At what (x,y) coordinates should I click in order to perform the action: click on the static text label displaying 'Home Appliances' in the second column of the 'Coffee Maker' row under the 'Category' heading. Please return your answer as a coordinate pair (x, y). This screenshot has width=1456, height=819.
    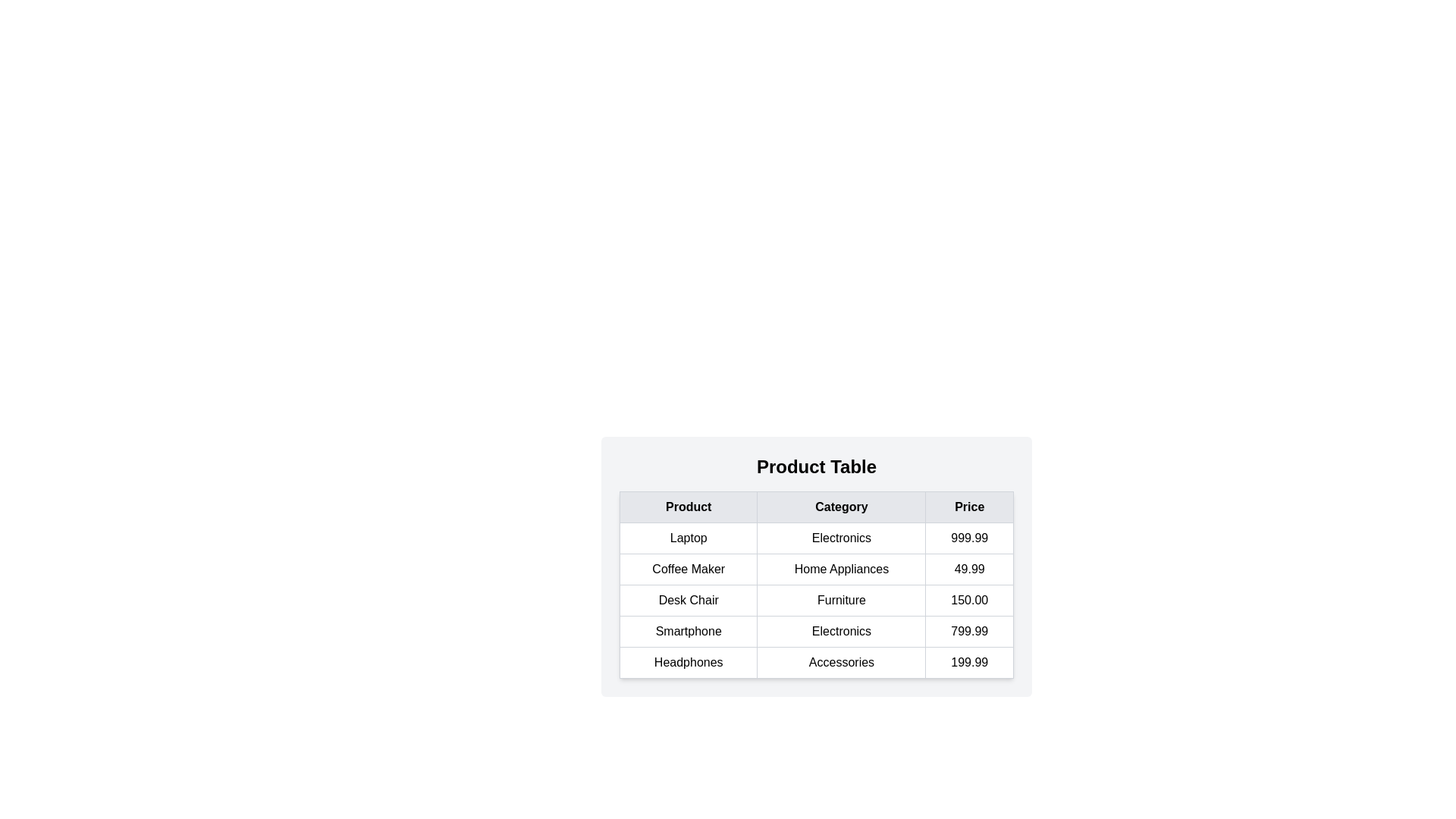
    Looking at the image, I should click on (840, 570).